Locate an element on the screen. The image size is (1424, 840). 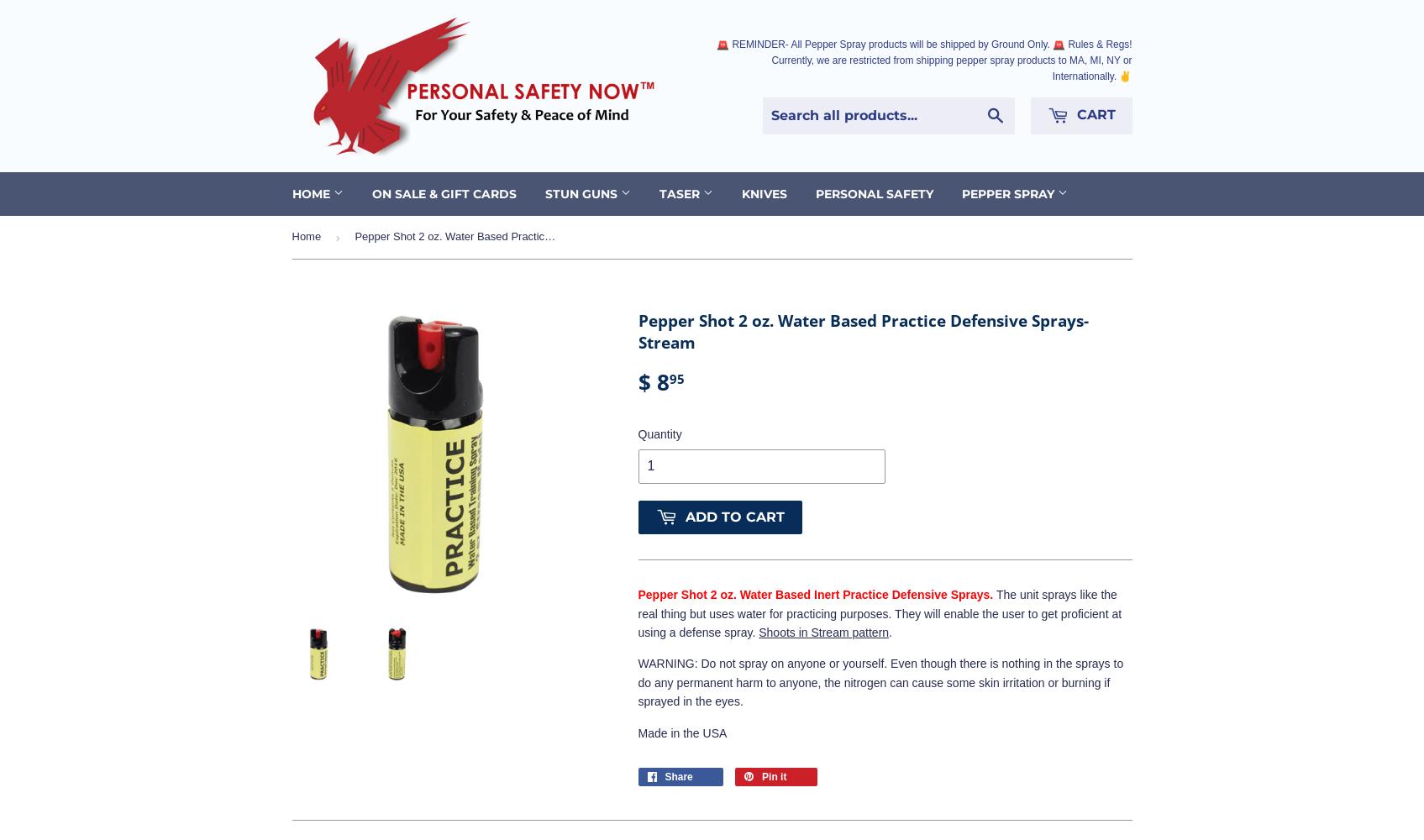
'WARNING: Do not spray on anyone or yourself. Even though there is nothing in the sprays to do any permanent harm to anyone, the nitrogen can cause some skin irritation or burning if sprayed in the eyes.' is located at coordinates (880, 682).